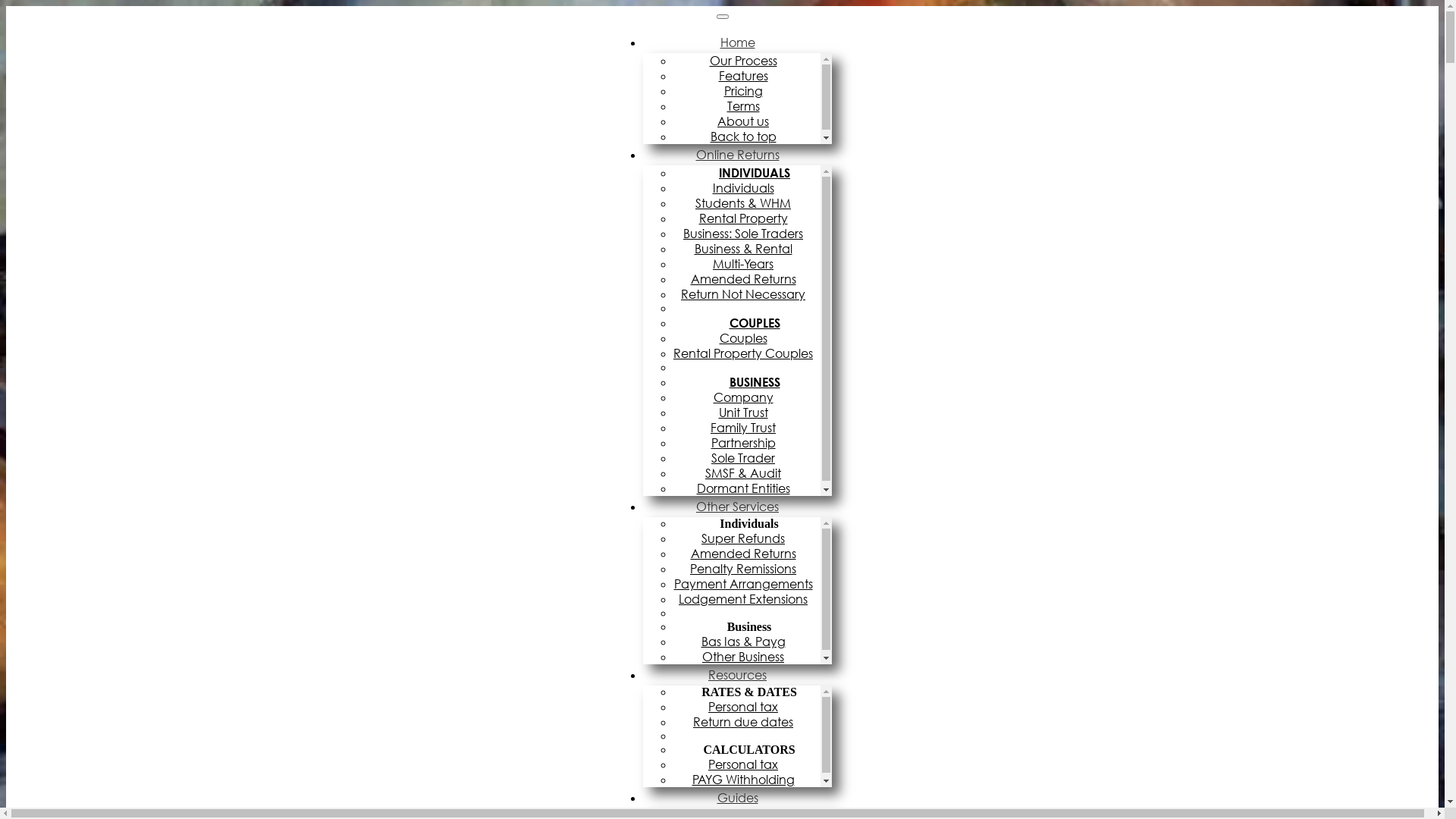  What do you see at coordinates (746, 262) in the screenshot?
I see `'Multi-Years'` at bounding box center [746, 262].